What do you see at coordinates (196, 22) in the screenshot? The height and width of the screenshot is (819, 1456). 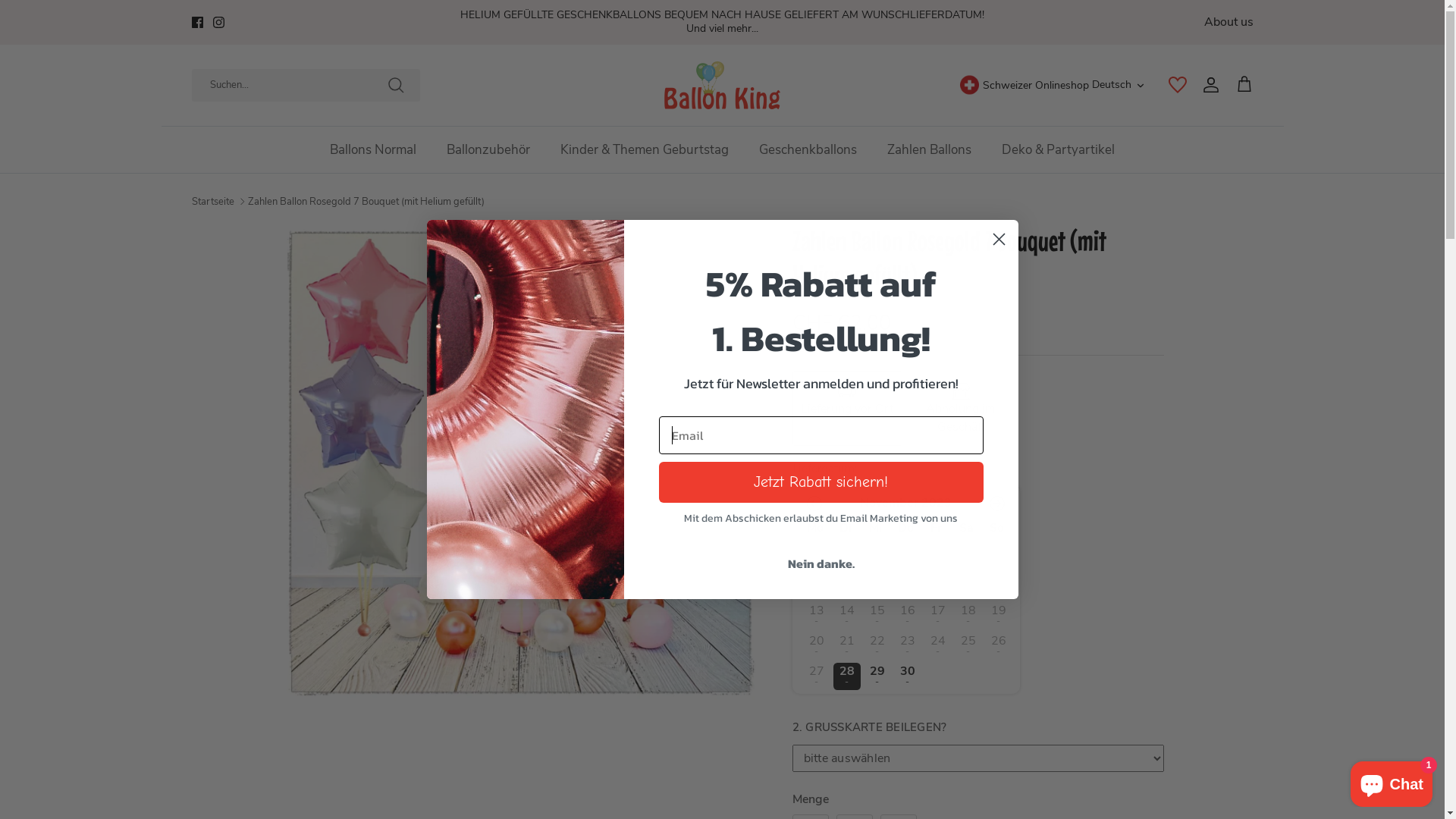 I see `'Facebook'` at bounding box center [196, 22].